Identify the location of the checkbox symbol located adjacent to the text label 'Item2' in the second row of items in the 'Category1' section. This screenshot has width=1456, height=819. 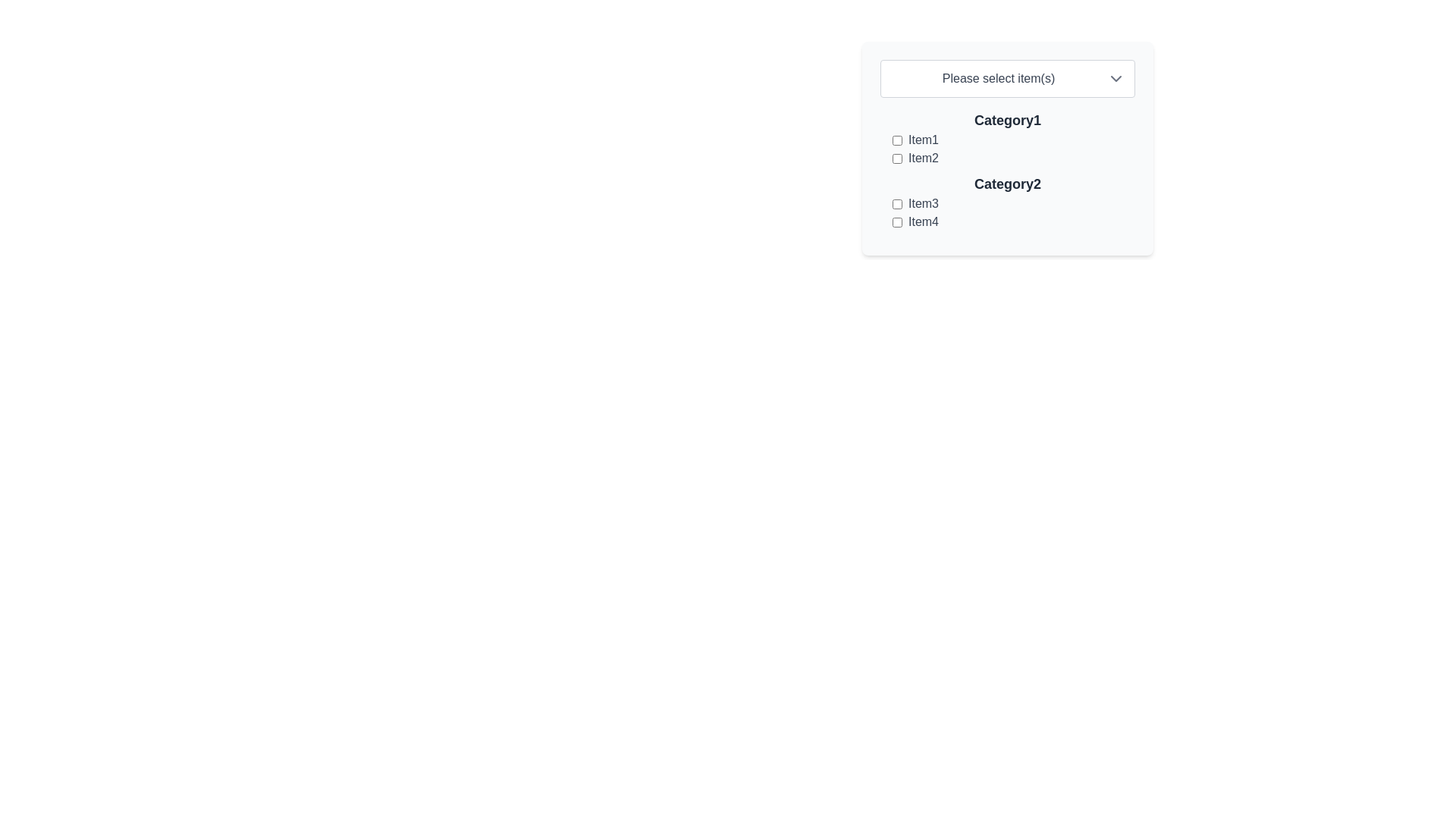
(897, 158).